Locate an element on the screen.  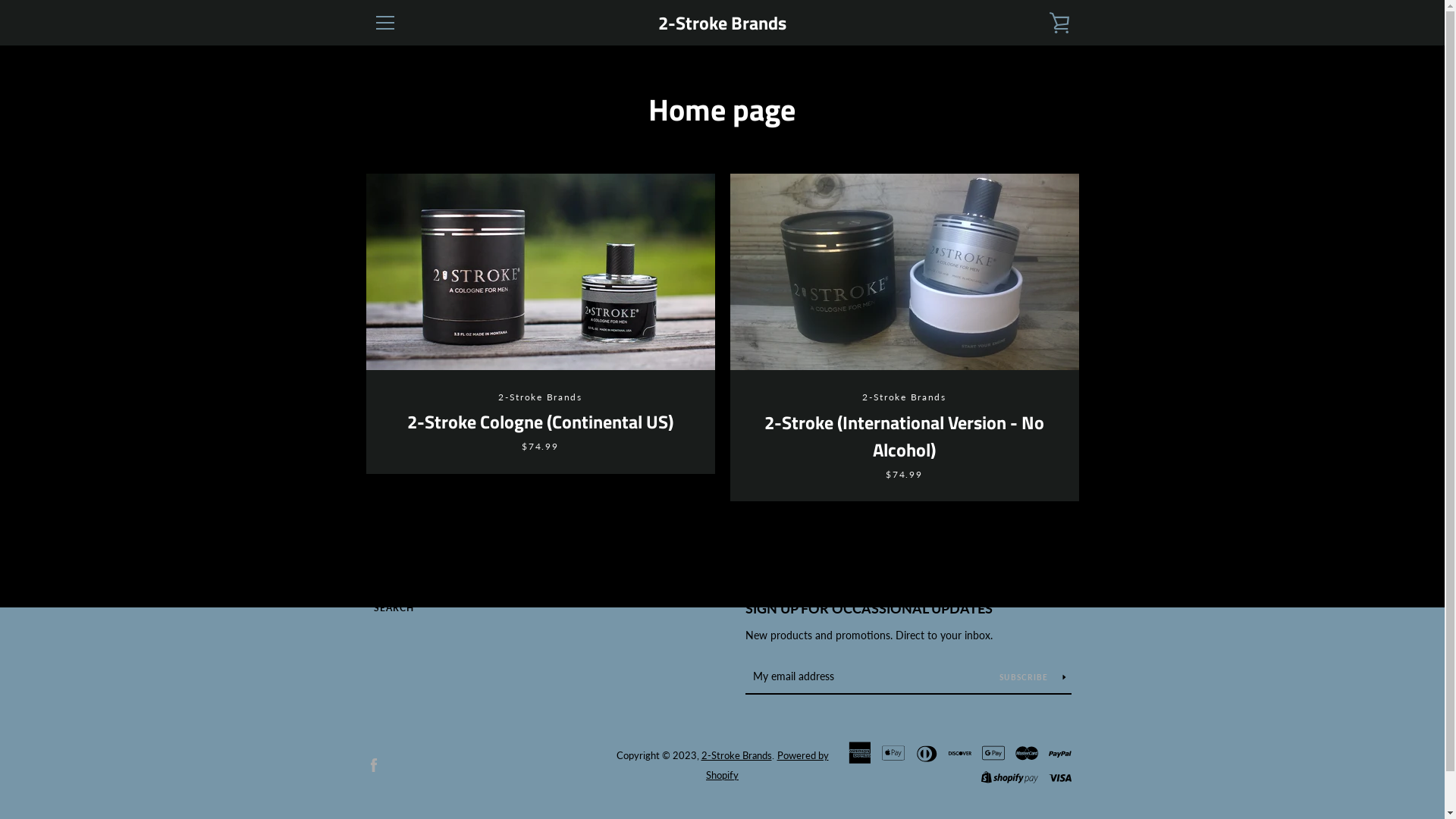
'VIEW CART' is located at coordinates (1040, 23).